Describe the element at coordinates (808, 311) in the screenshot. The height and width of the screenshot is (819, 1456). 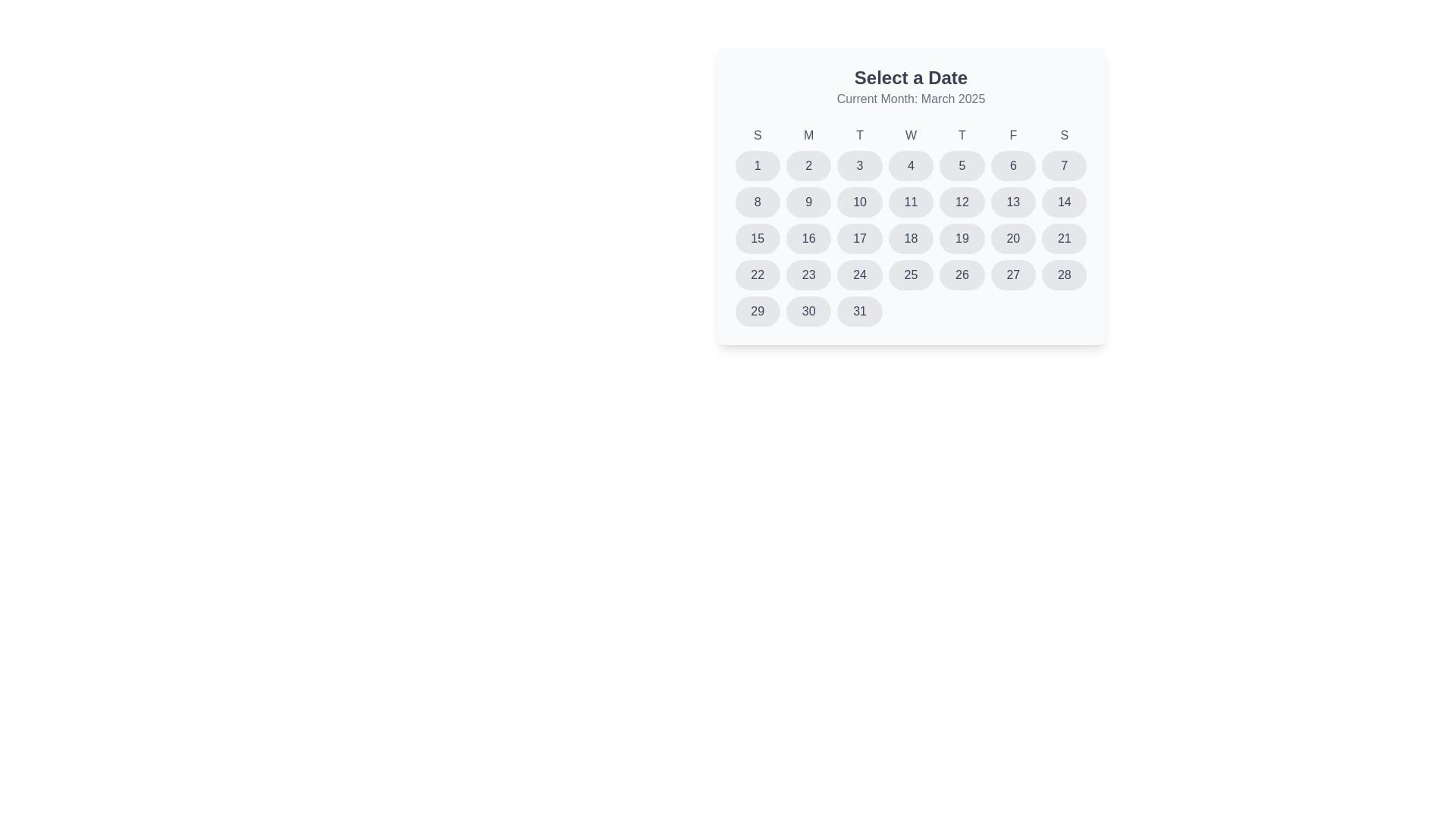
I see `the button that selects the date '30' in the calendar layout, located in the bottom row, second last column` at that location.